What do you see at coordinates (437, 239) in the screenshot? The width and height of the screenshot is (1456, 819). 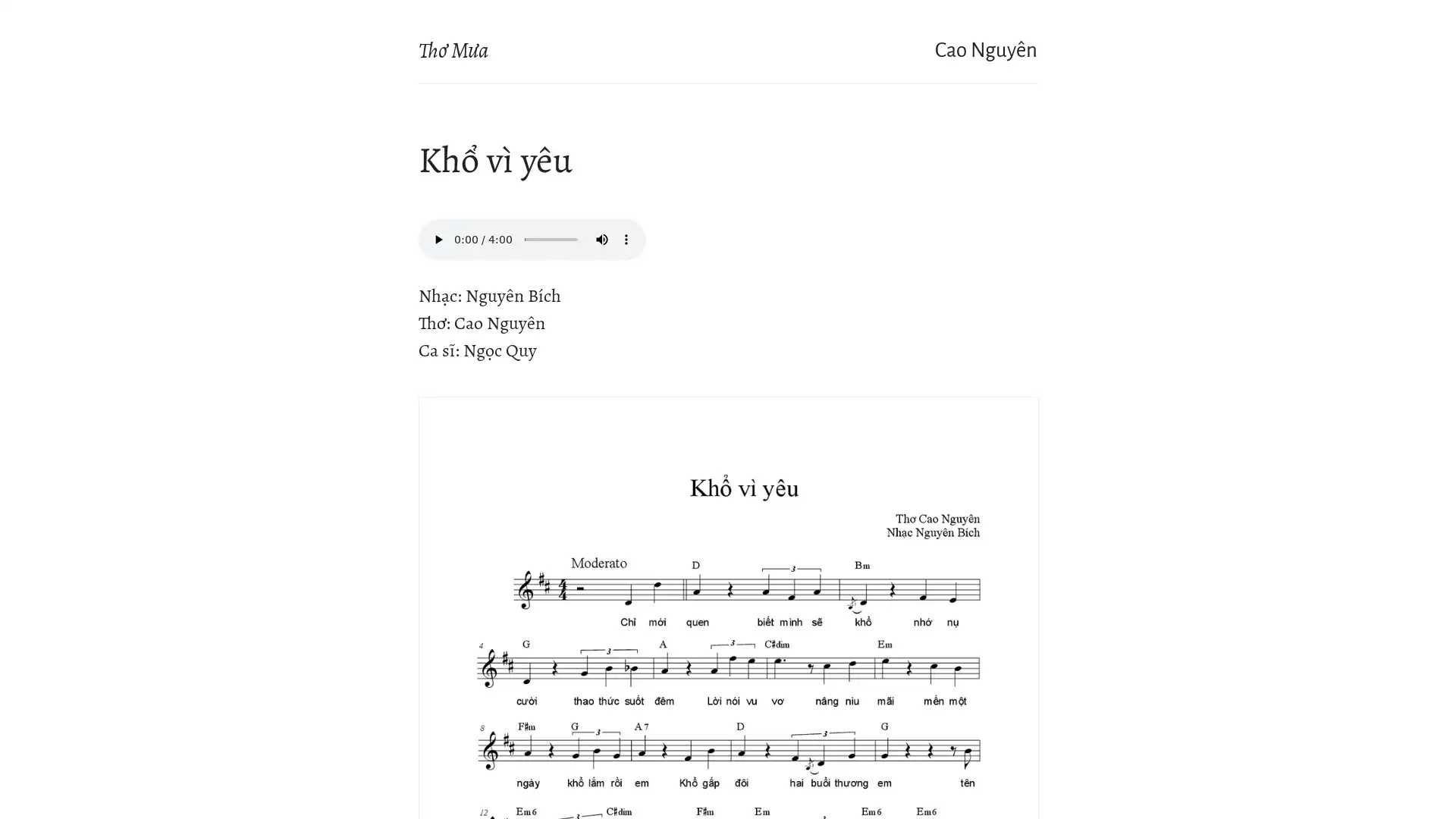 I see `play` at bounding box center [437, 239].